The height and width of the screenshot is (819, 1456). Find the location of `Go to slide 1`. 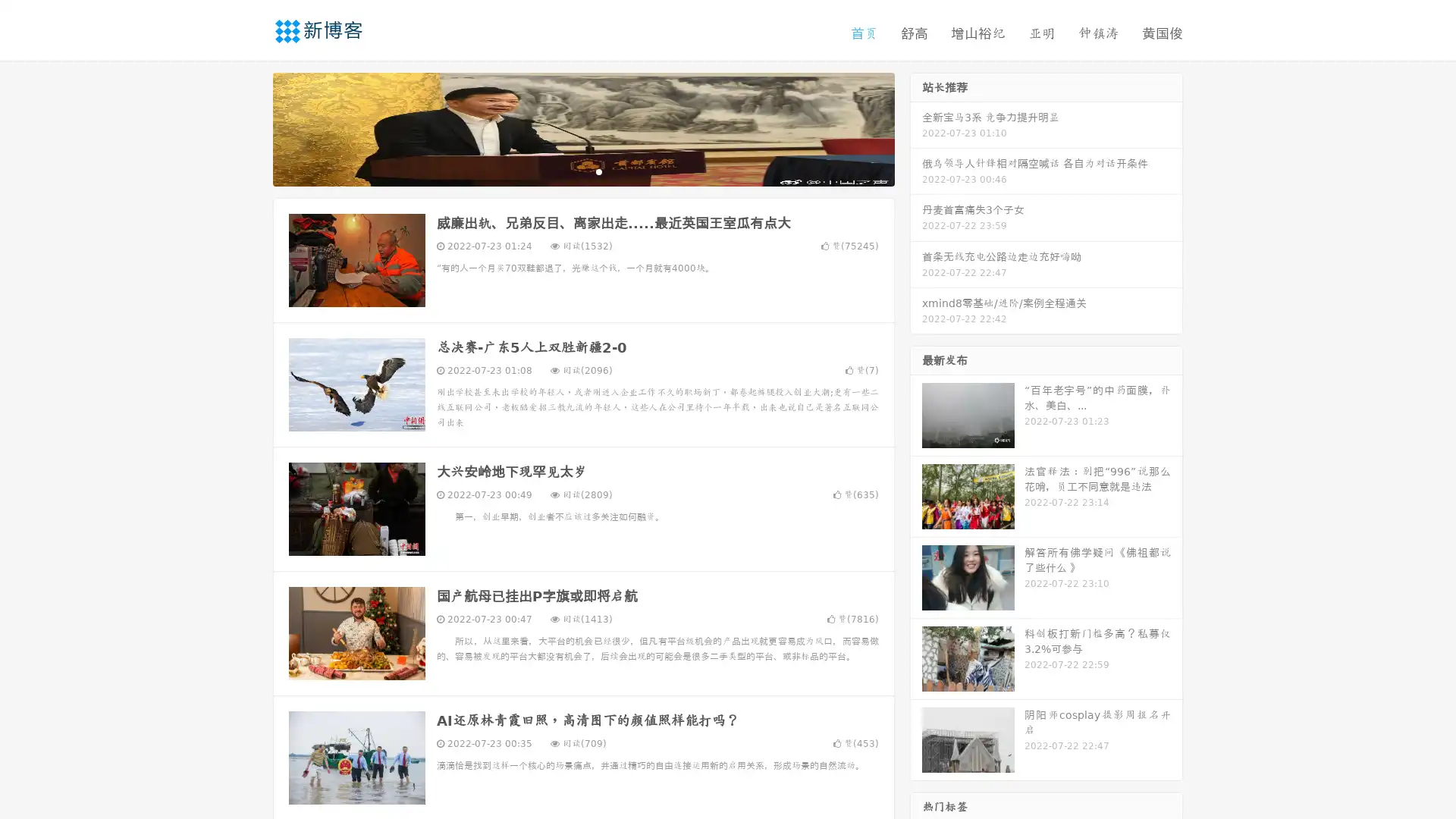

Go to slide 1 is located at coordinates (567, 171).